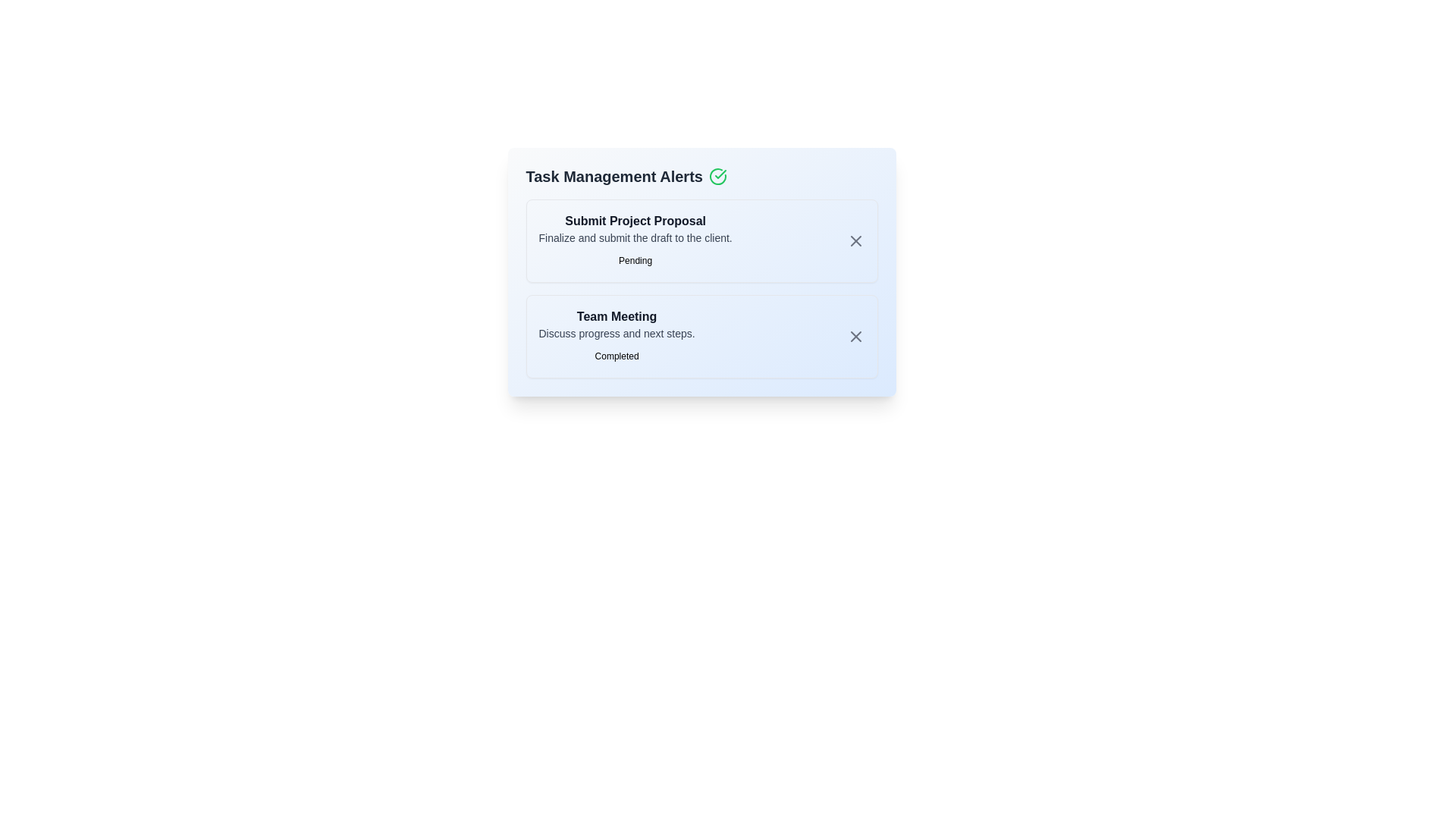 This screenshot has height=819, width=1456. What do you see at coordinates (855, 240) in the screenshot?
I see `'X' button next to the task titled 'Submit Project Proposal' to dismiss it` at bounding box center [855, 240].